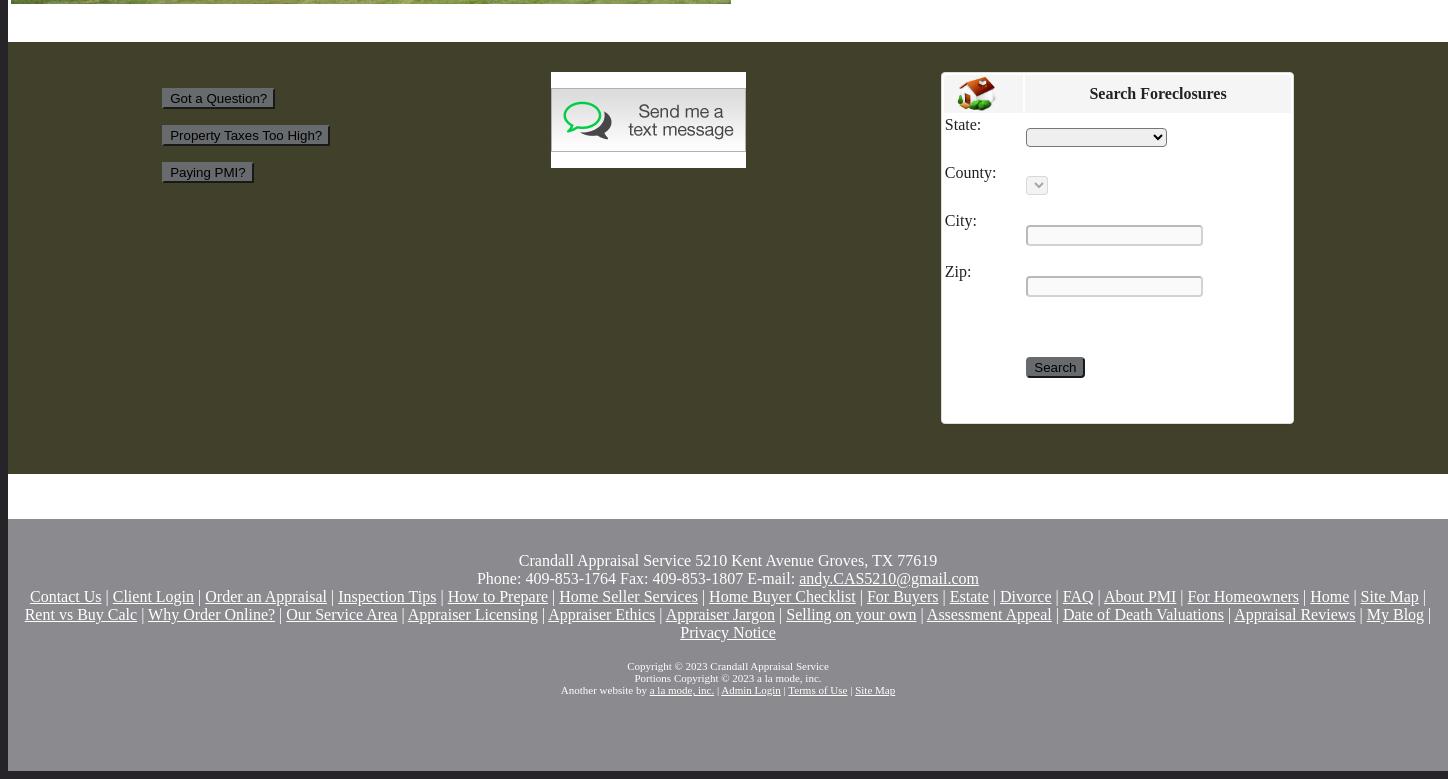  Describe the element at coordinates (1089, 91) in the screenshot. I see `'Search Foreclosures'` at that location.